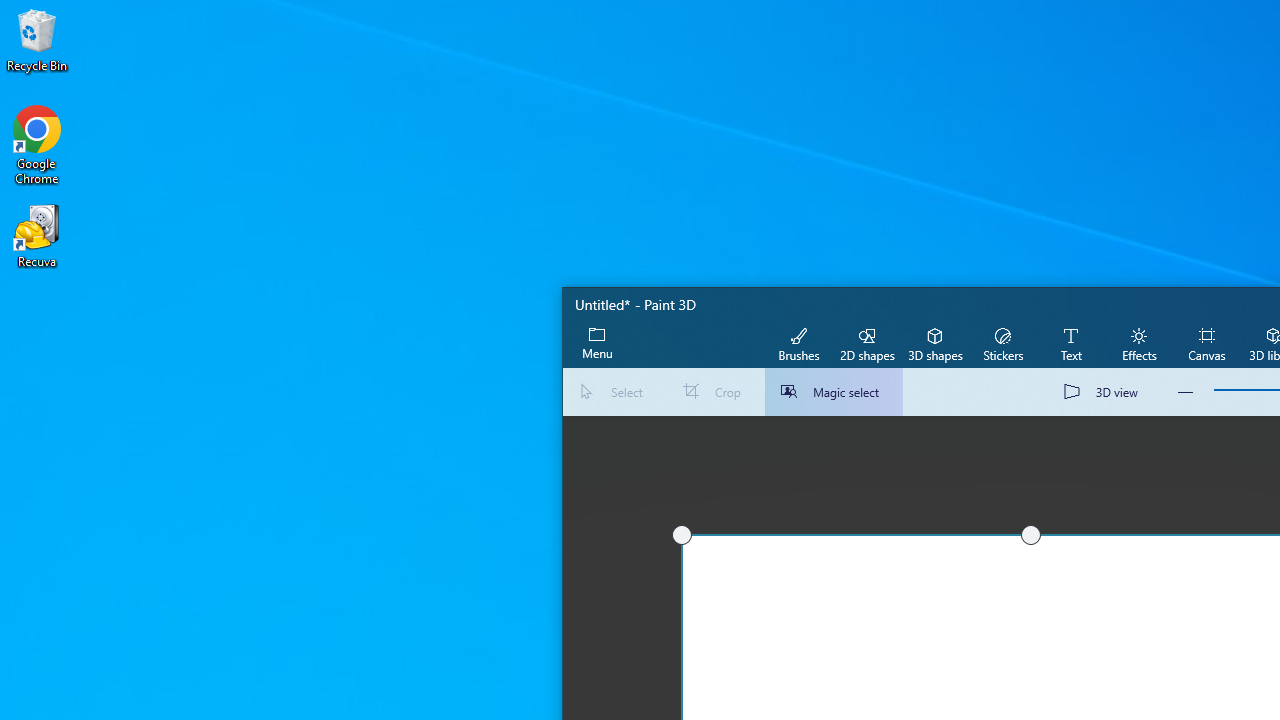 This screenshot has height=720, width=1280. What do you see at coordinates (614, 392) in the screenshot?
I see `'Select'` at bounding box center [614, 392].